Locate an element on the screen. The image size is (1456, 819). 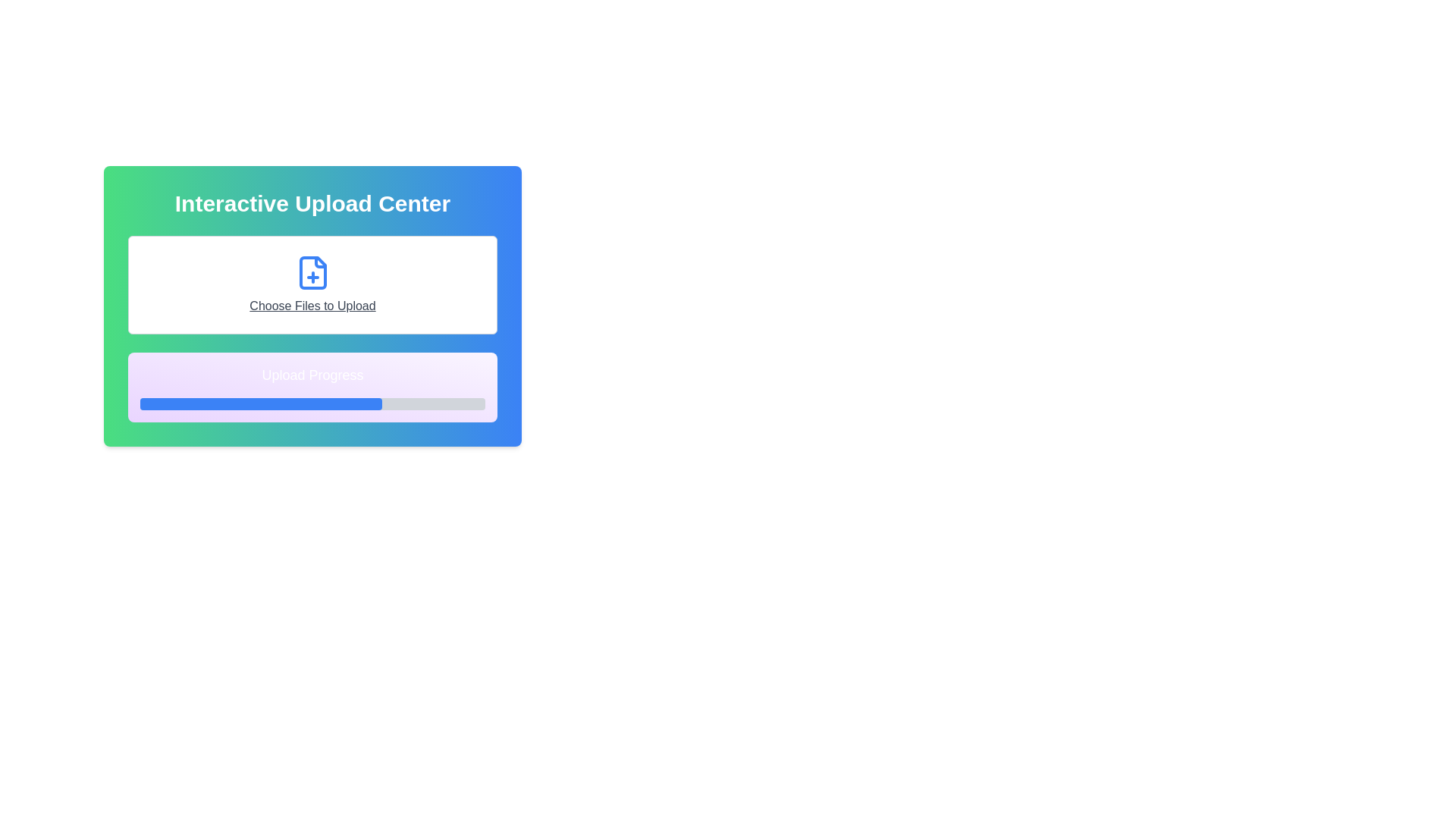
the document with a plus sign SVG icon is located at coordinates (312, 271).